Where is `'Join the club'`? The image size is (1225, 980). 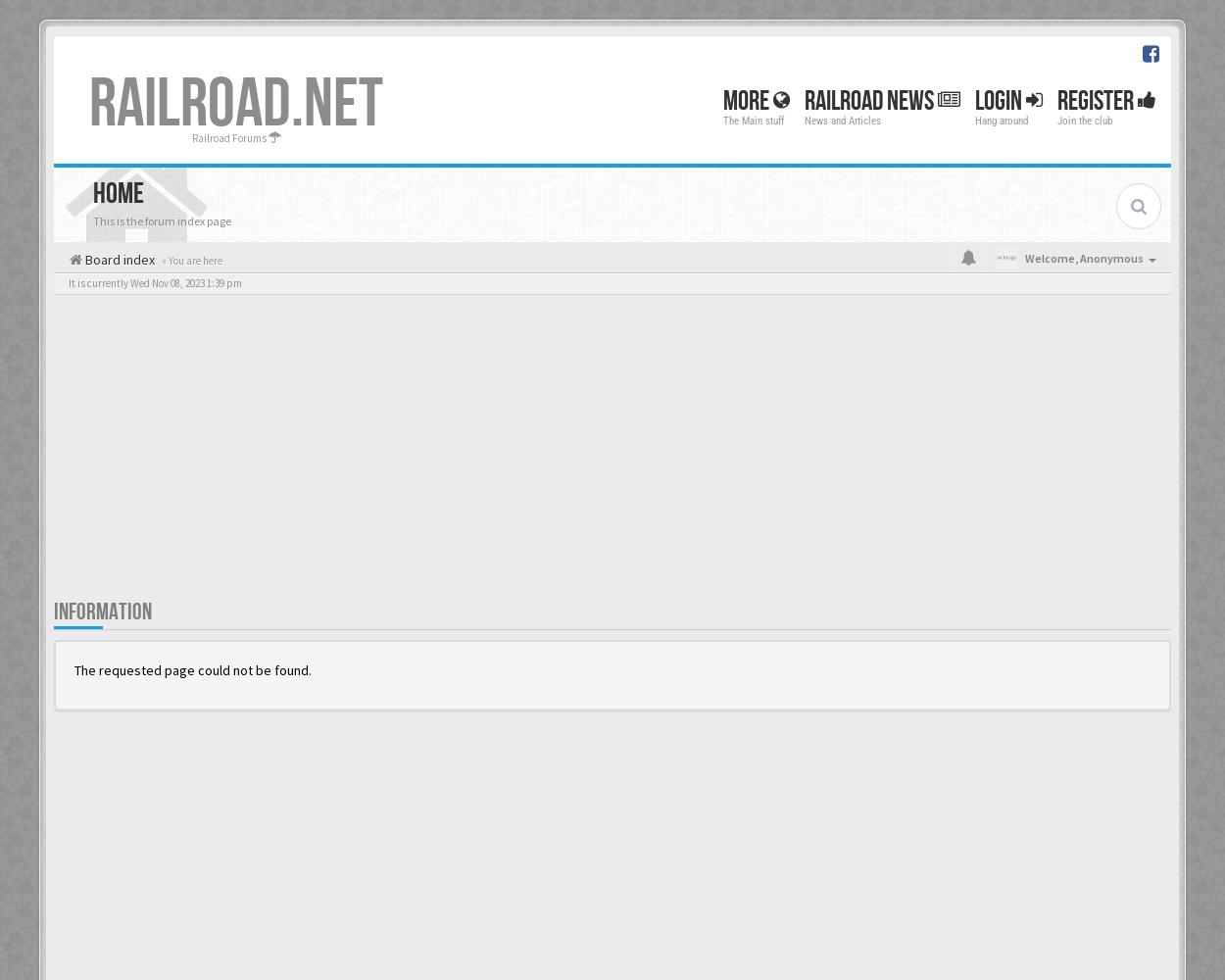 'Join the club' is located at coordinates (1084, 120).